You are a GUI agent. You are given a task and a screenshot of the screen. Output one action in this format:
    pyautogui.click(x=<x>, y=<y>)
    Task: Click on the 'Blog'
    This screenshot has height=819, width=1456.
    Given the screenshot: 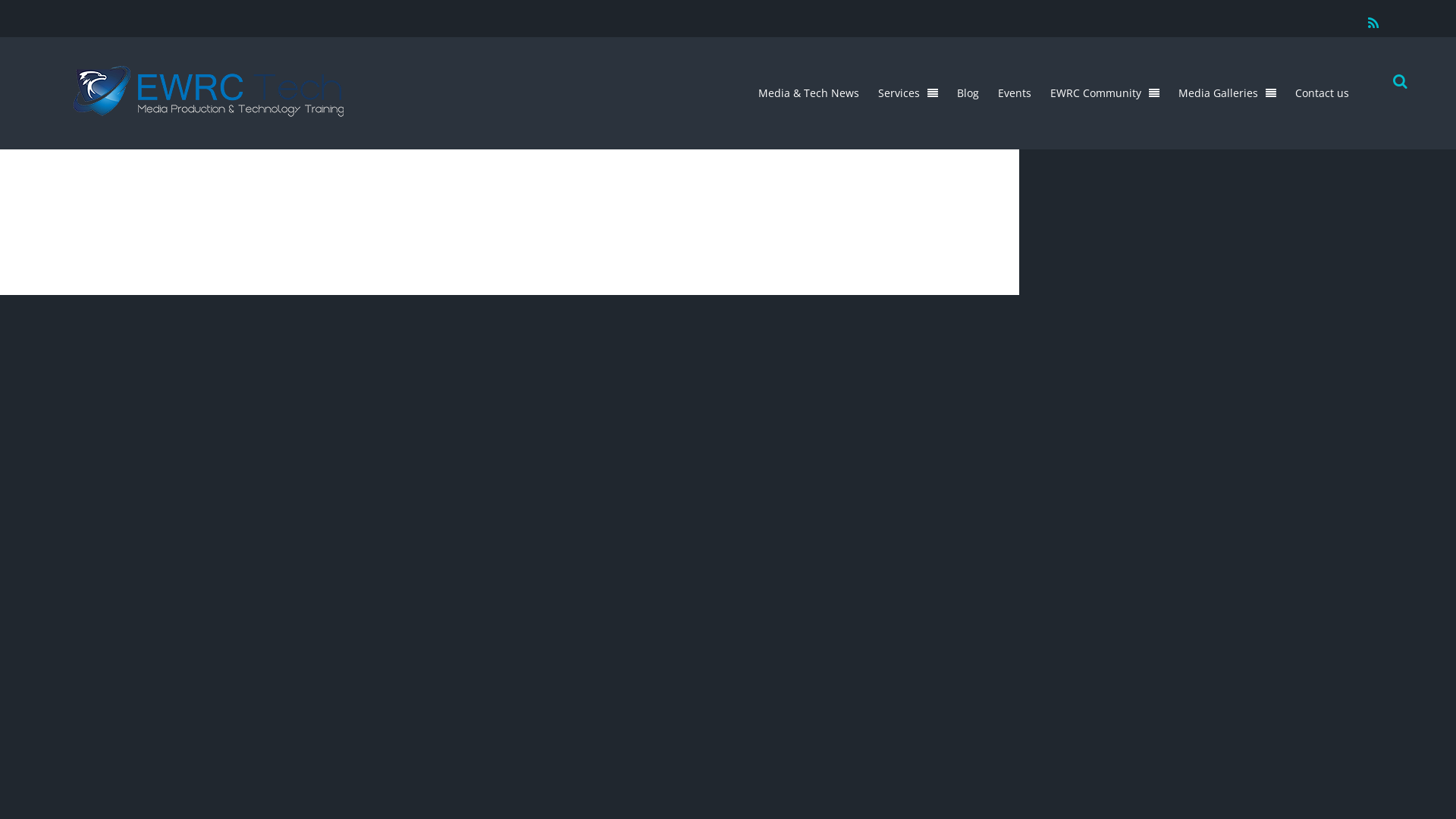 What is the action you would take?
    pyautogui.click(x=967, y=93)
    